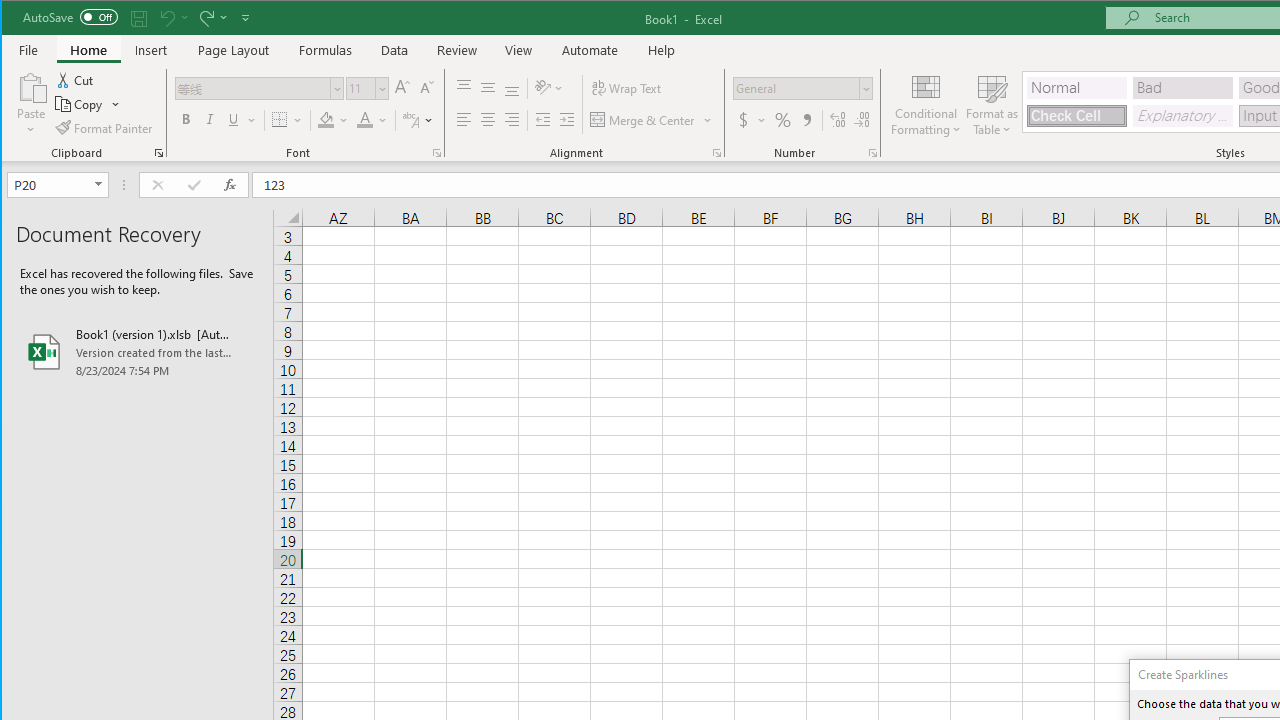 Image resolution: width=1280 pixels, height=720 pixels. What do you see at coordinates (992, 104) in the screenshot?
I see `'Format as Table'` at bounding box center [992, 104].